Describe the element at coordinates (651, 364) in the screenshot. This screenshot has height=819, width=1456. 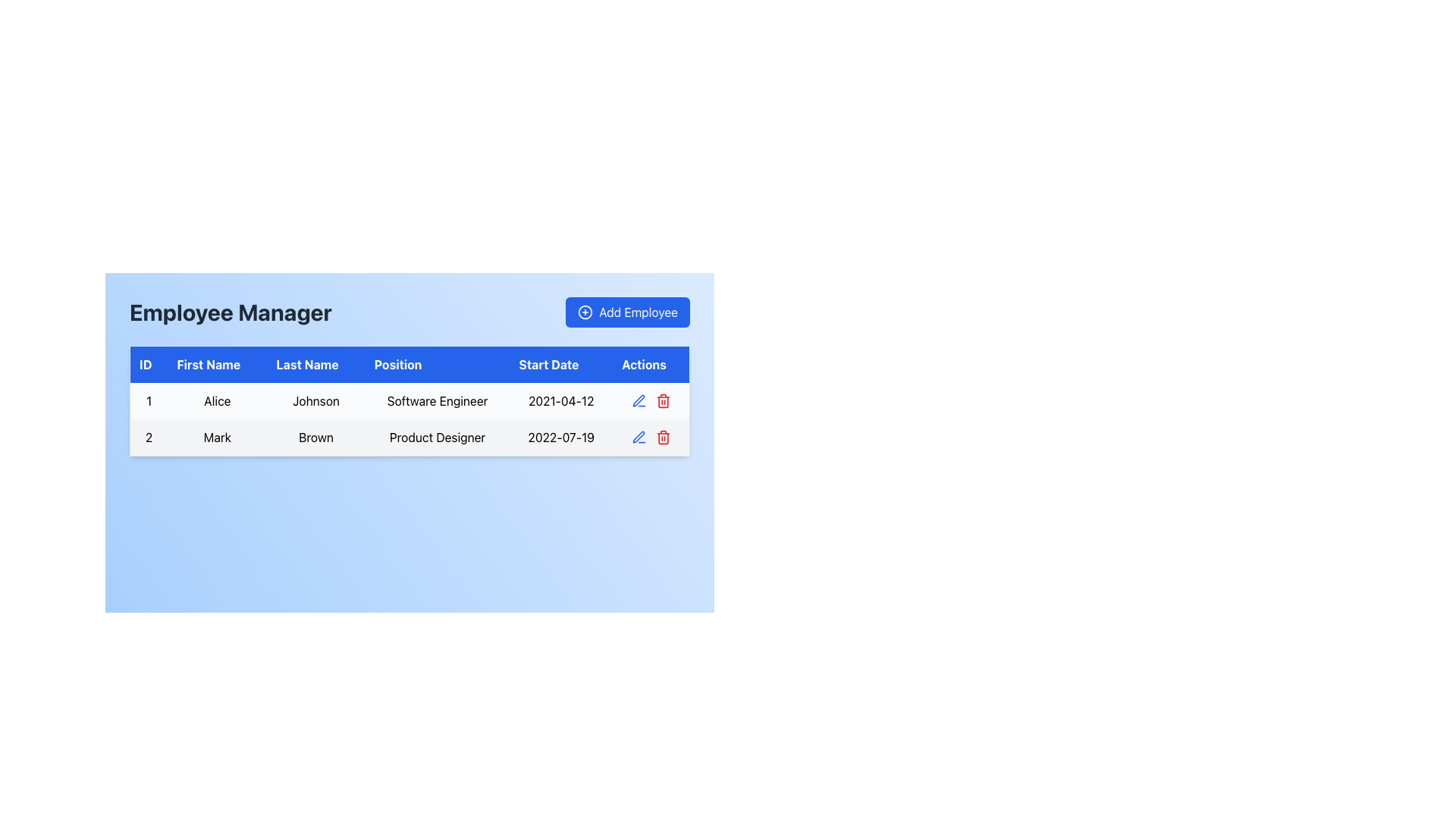
I see `the blue rectangular block containing the text 'Actions' in white, which is the last column header in the table, positioned at the top-right of the interface` at that location.